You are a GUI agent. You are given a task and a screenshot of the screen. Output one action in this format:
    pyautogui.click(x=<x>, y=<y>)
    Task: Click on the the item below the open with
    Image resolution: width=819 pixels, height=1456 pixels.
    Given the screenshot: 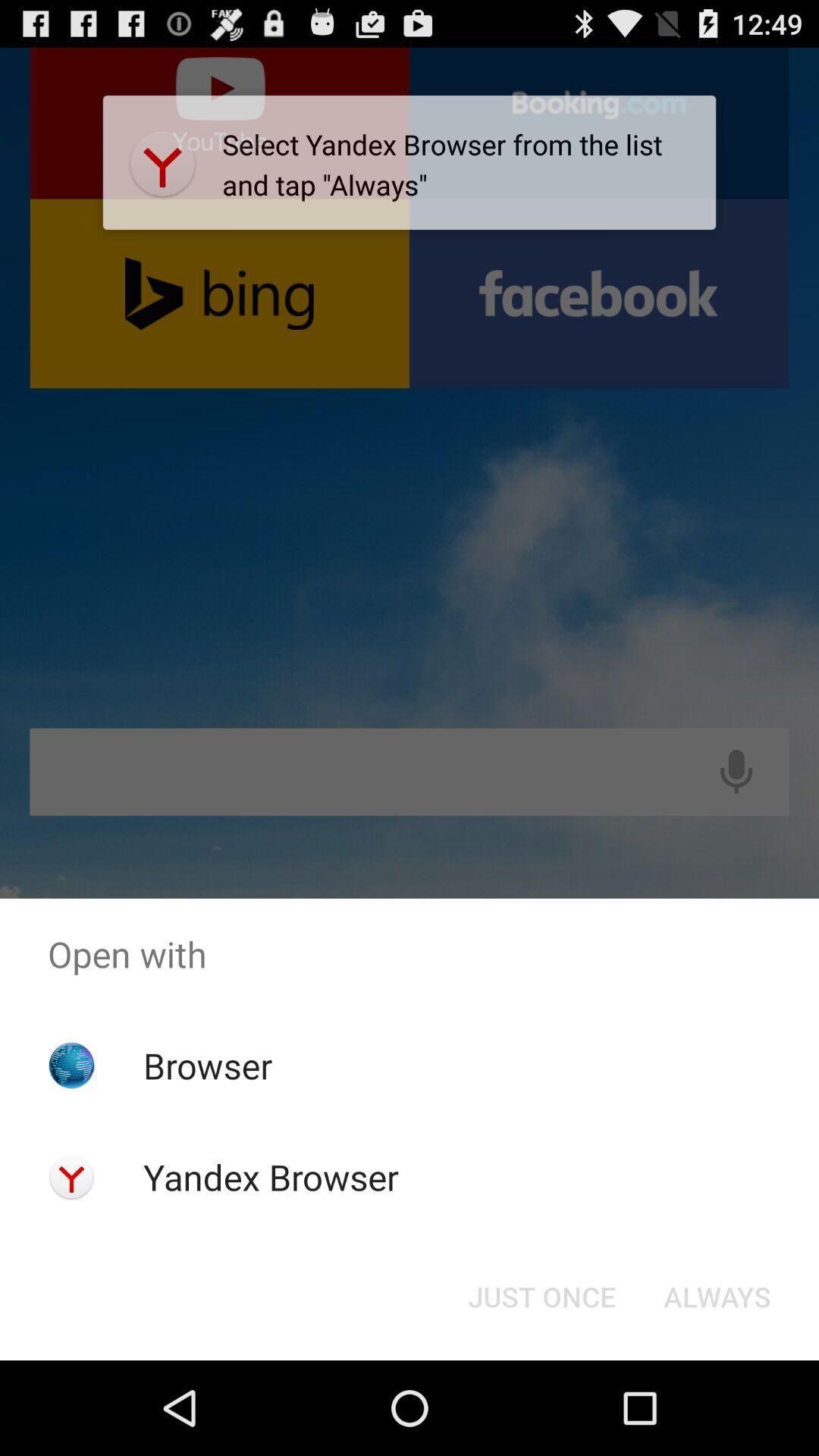 What is the action you would take?
    pyautogui.click(x=541, y=1295)
    